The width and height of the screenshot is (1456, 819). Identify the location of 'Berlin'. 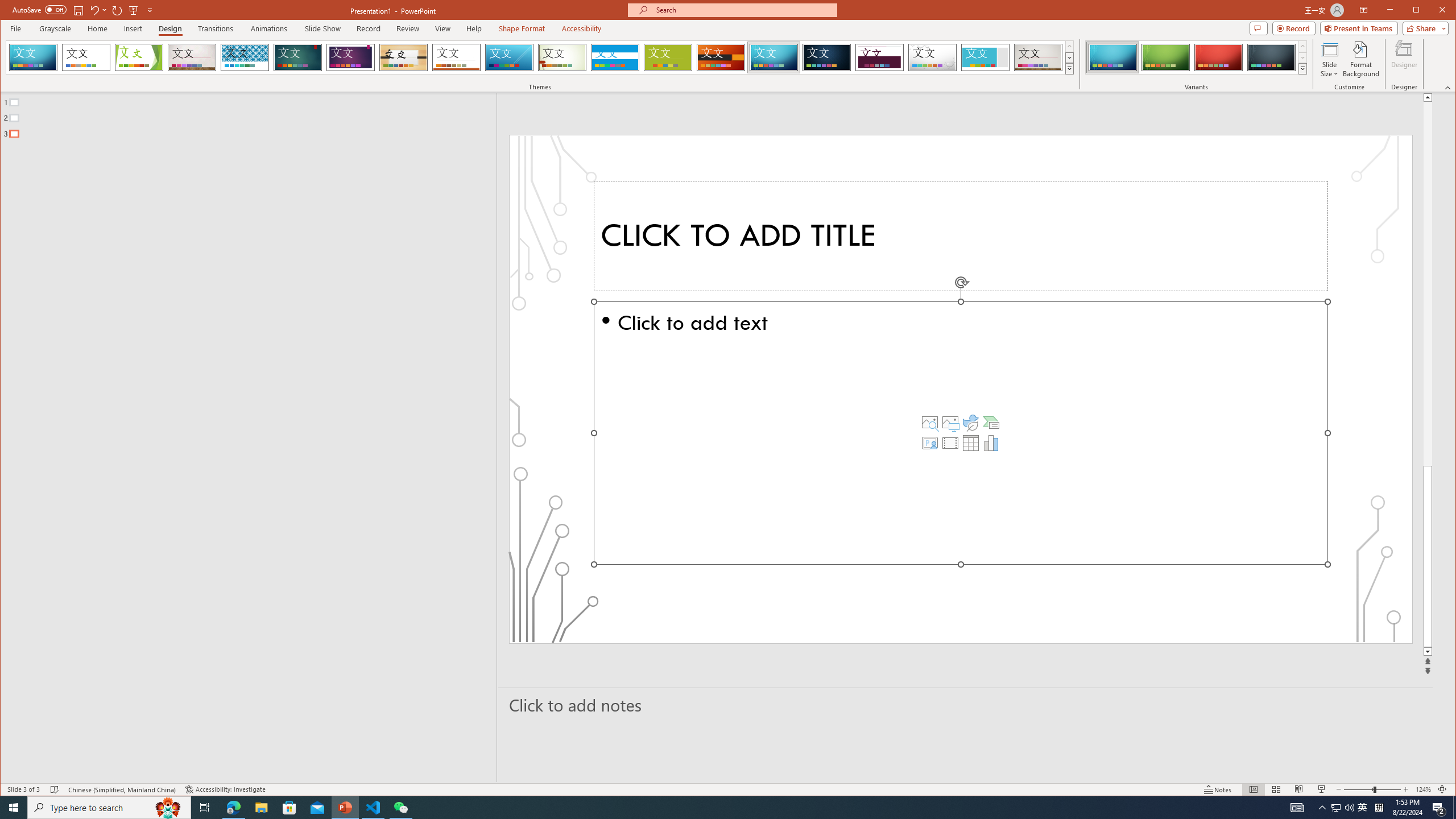
(721, 57).